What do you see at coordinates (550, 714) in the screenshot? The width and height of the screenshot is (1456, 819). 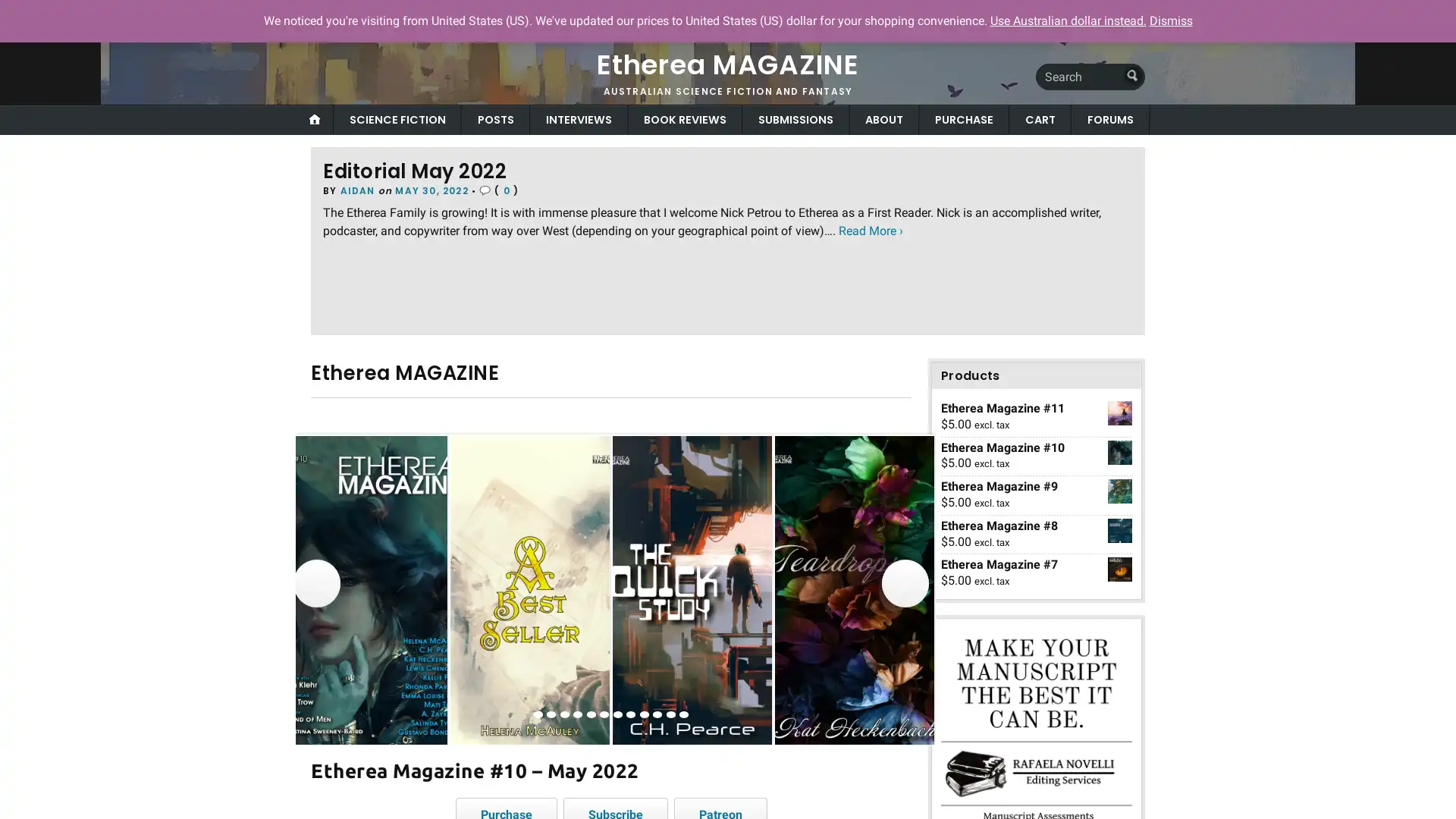 I see `view image 2 of 12 in carousel` at bounding box center [550, 714].